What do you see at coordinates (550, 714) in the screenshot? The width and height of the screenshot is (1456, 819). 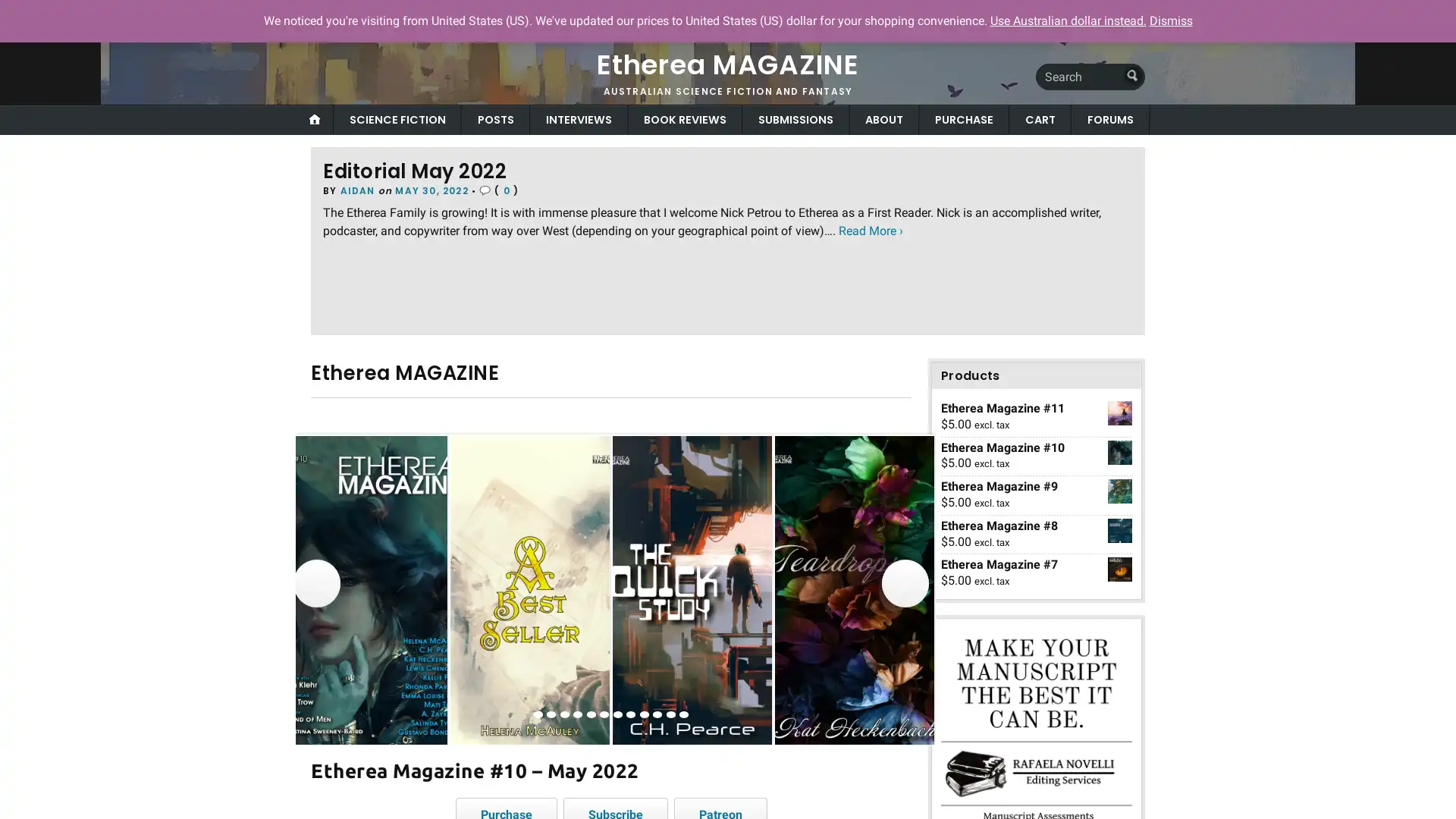 I see `view image 2 of 12 in carousel` at bounding box center [550, 714].